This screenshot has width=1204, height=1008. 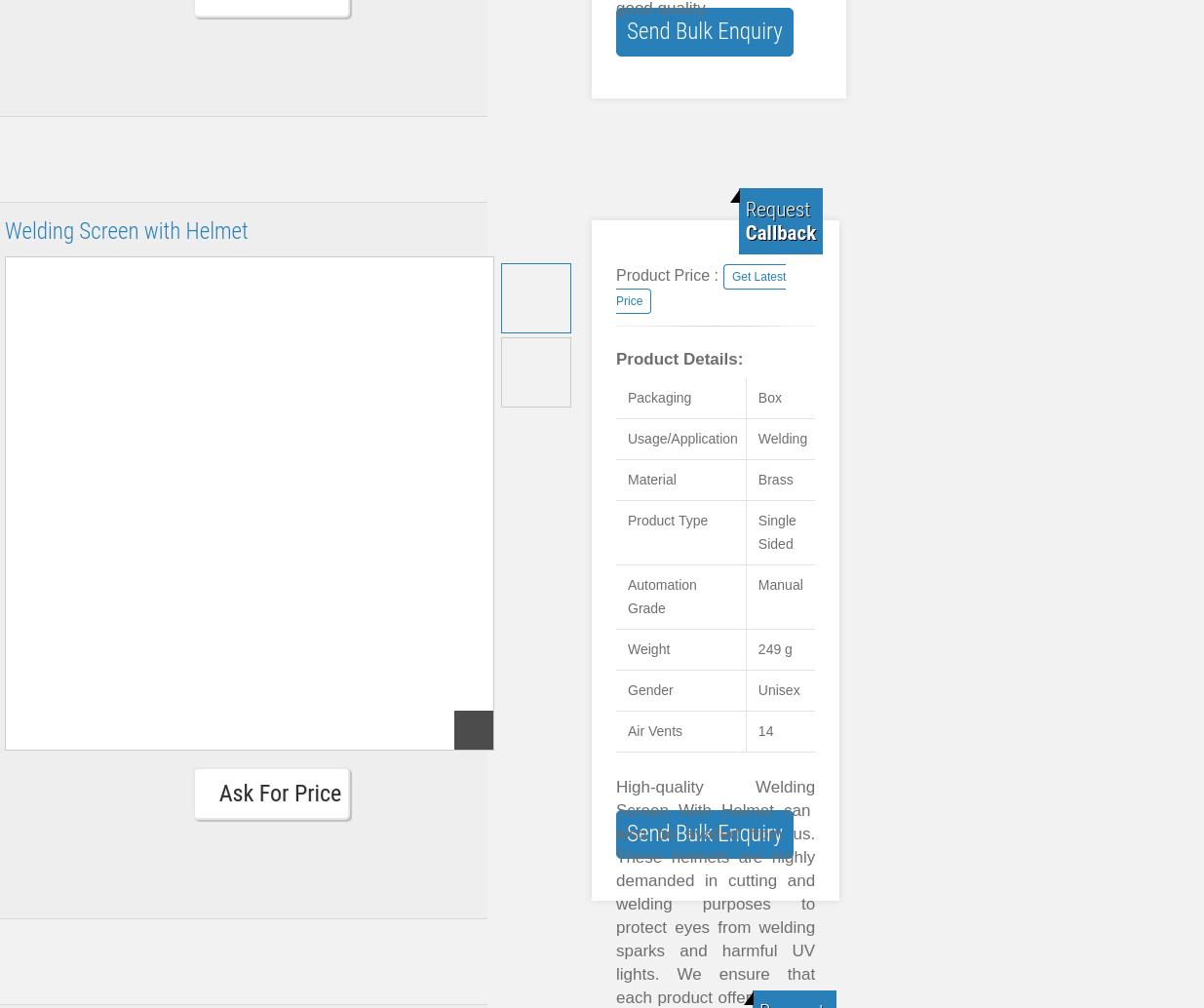 I want to click on 'Product Price :', so click(x=666, y=274).